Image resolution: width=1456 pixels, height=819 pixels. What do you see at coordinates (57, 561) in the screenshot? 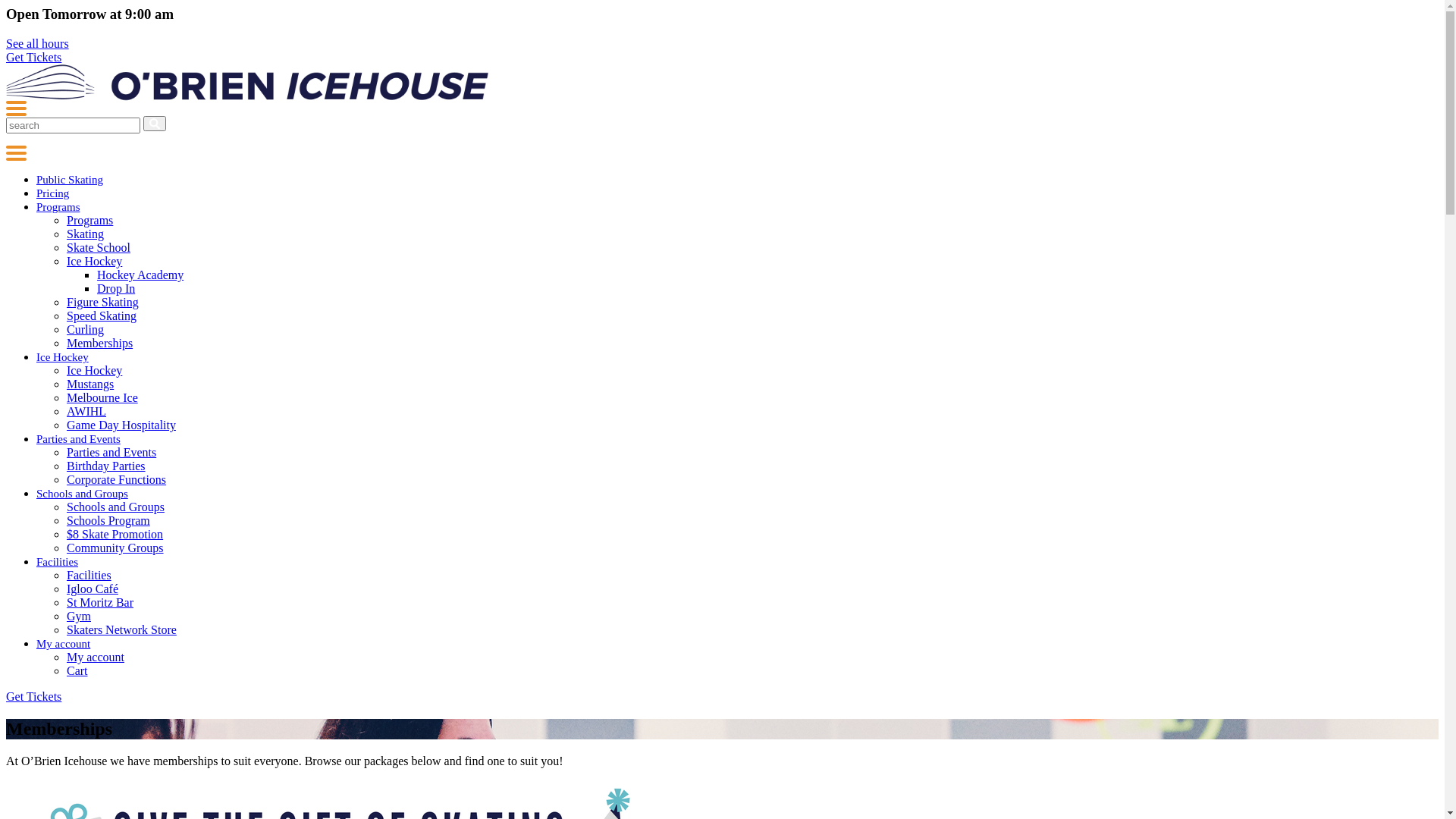
I see `'Facilities'` at bounding box center [57, 561].